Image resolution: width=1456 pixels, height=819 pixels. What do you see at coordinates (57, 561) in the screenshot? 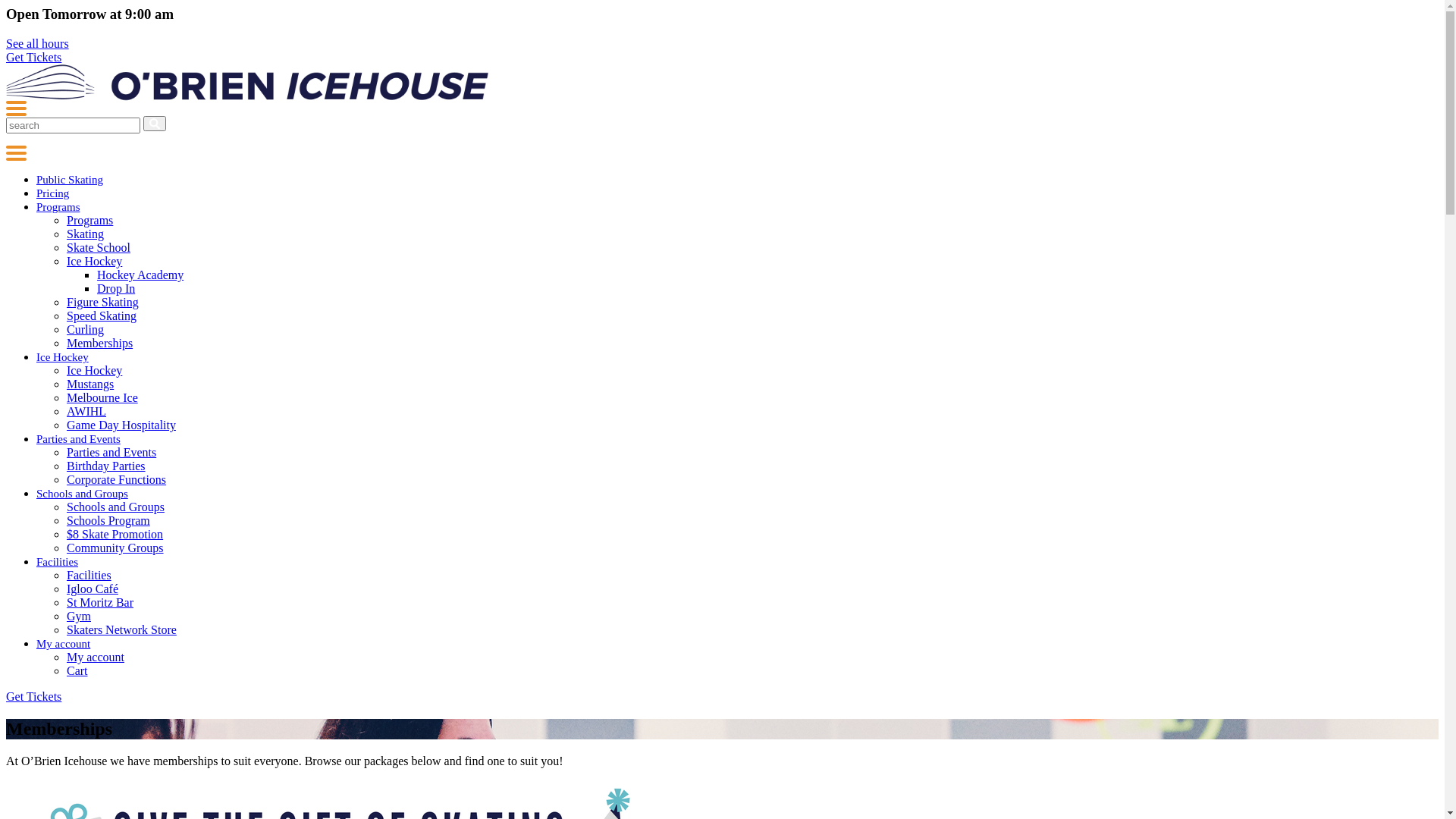
I see `'Facilities'` at bounding box center [57, 561].